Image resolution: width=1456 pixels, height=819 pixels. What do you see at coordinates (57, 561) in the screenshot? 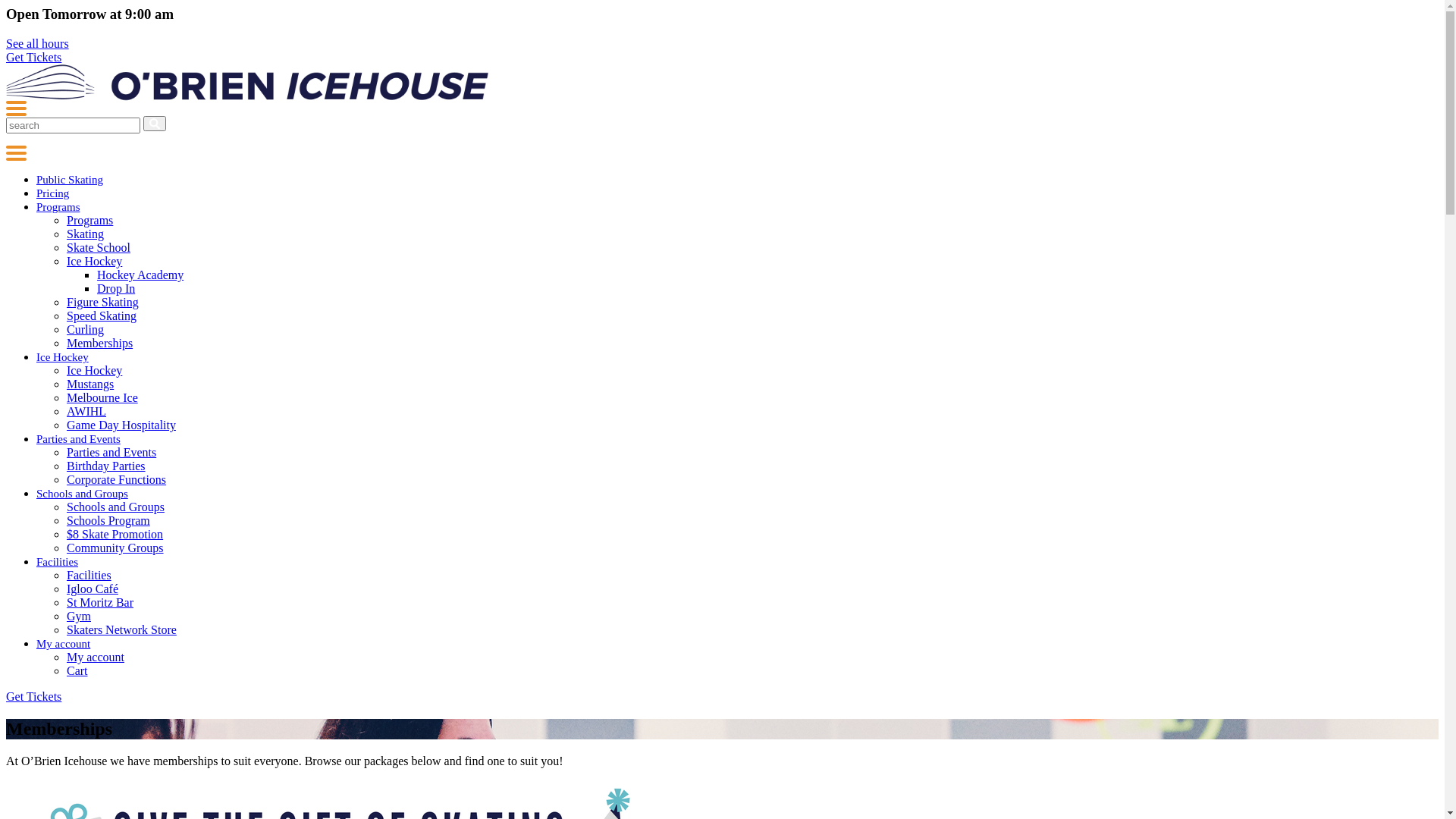
I see `'Facilities'` at bounding box center [57, 561].